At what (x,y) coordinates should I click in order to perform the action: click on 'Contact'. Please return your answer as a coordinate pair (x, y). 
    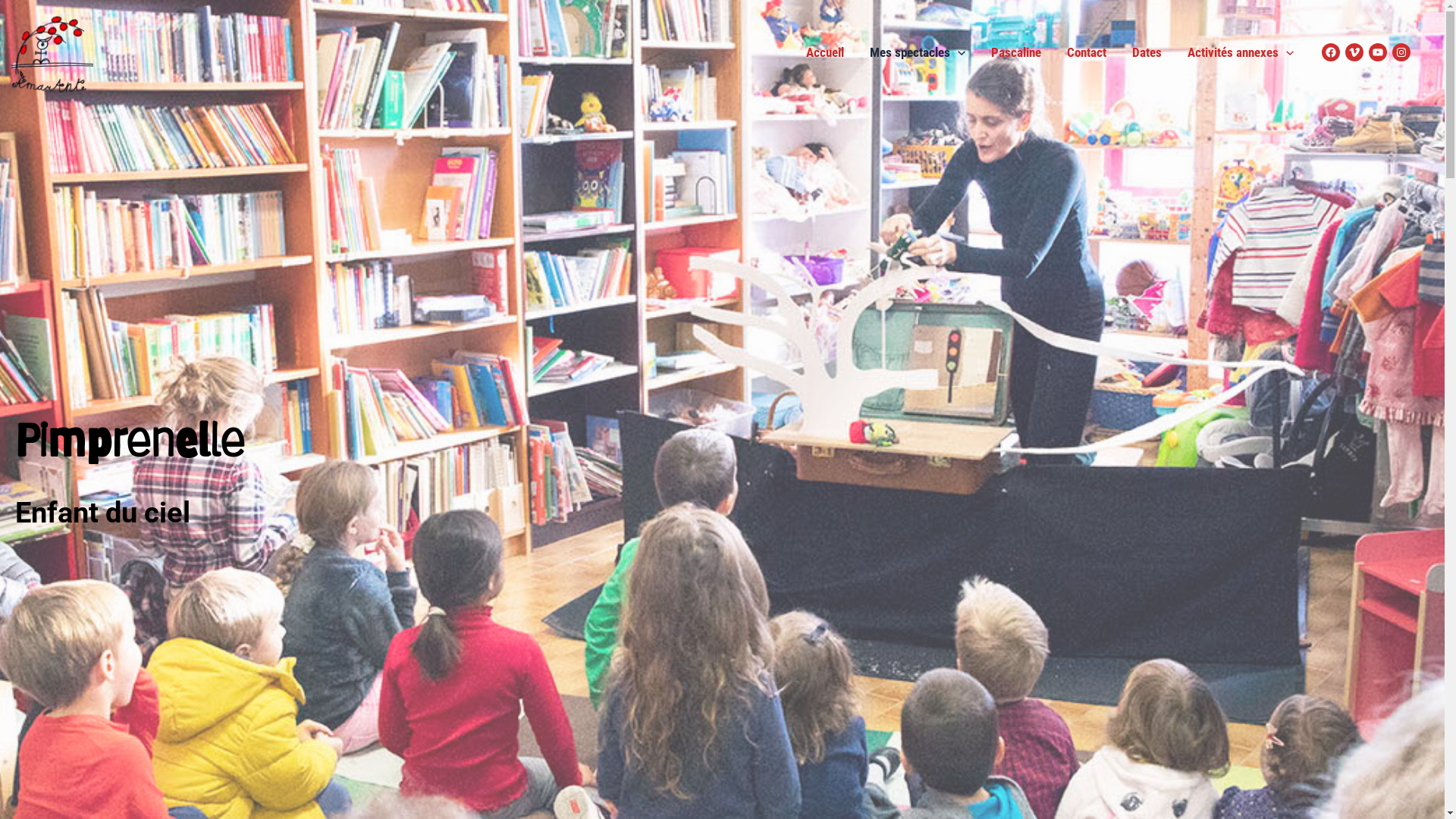
    Looking at the image, I should click on (1086, 52).